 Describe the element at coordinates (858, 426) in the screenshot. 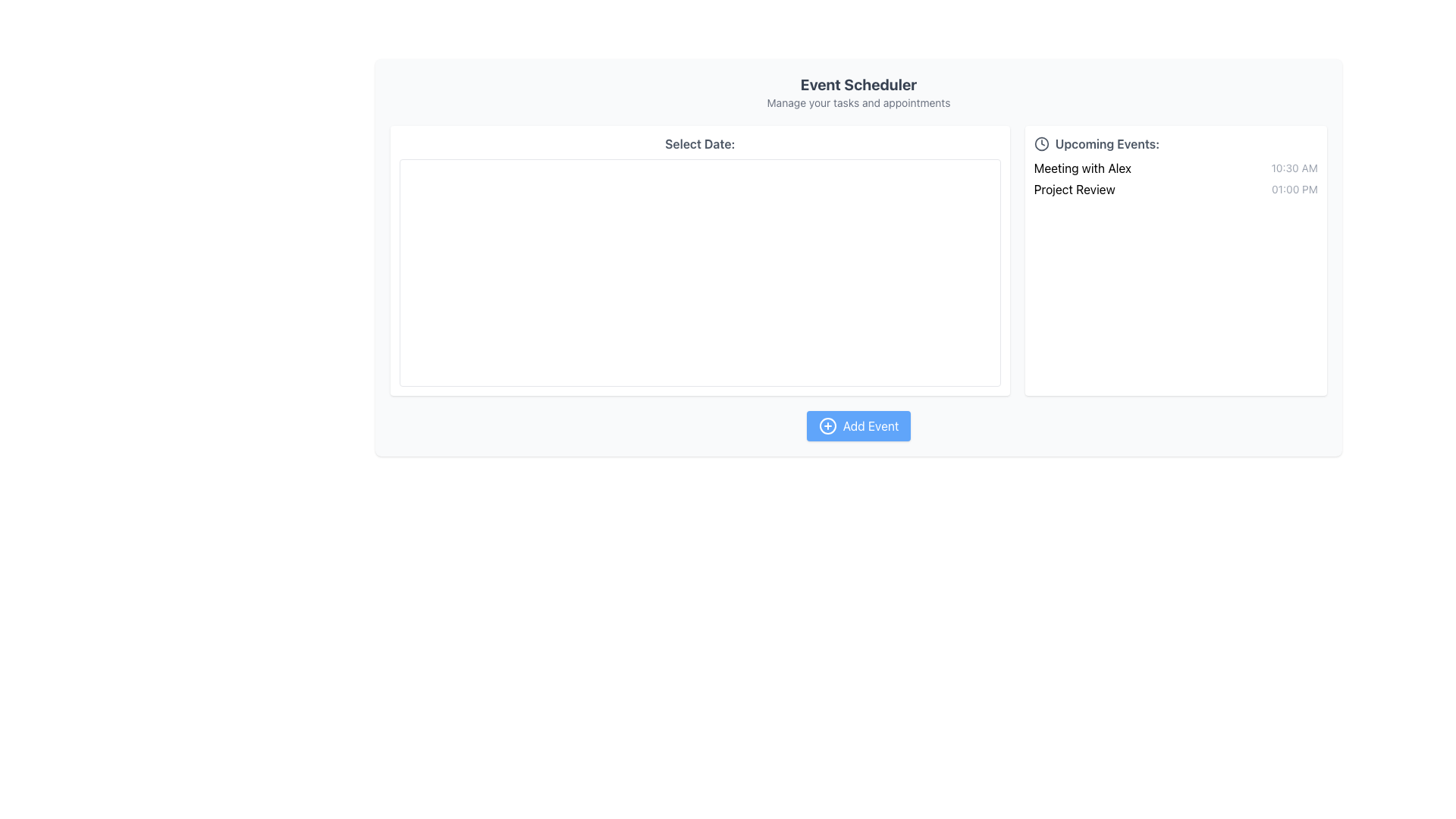

I see `the 'Add Event' button located at the bottom center of the interface to observe the color change effect` at that location.